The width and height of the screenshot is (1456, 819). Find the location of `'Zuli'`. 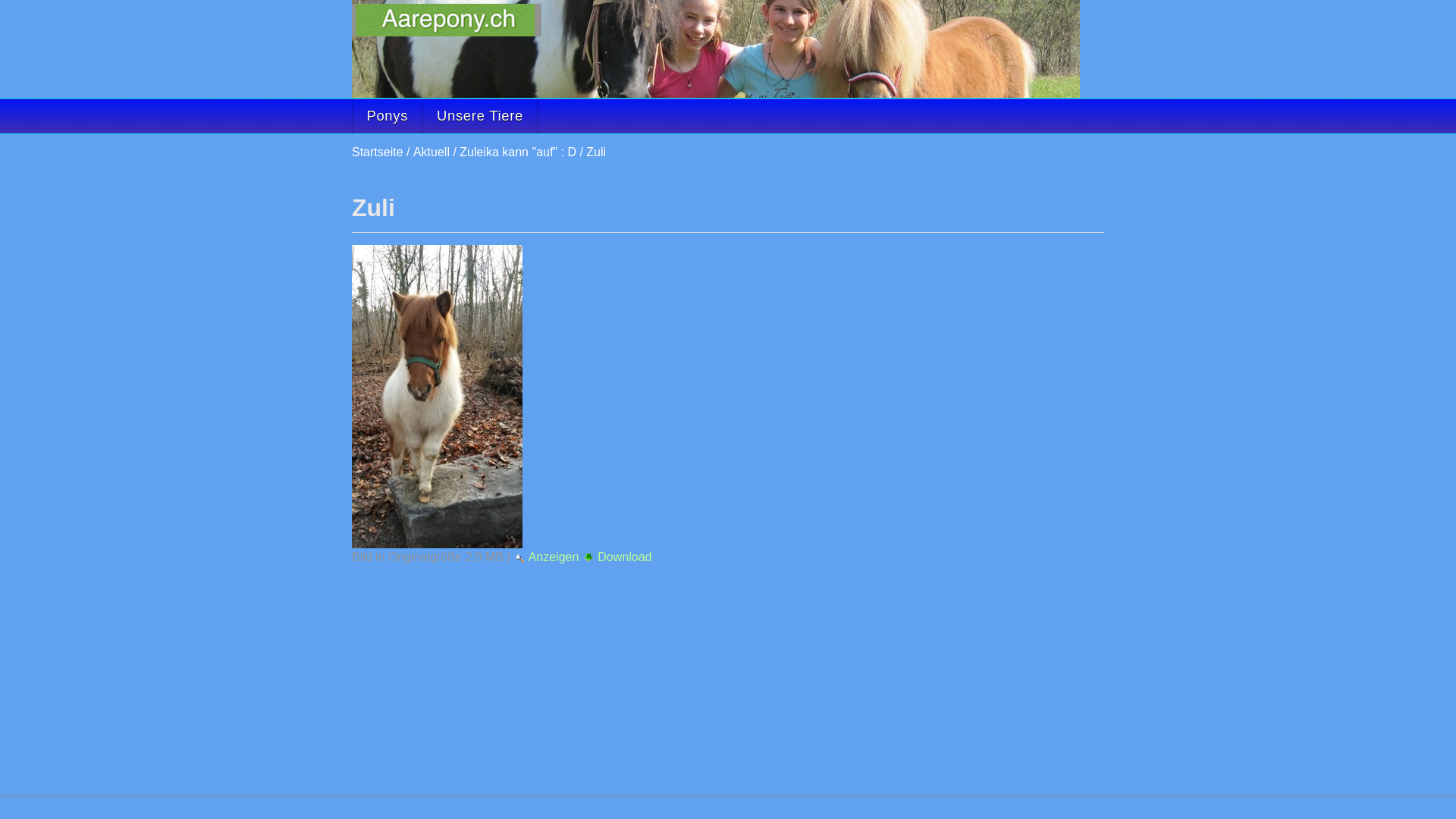

'Zuli' is located at coordinates (436, 396).